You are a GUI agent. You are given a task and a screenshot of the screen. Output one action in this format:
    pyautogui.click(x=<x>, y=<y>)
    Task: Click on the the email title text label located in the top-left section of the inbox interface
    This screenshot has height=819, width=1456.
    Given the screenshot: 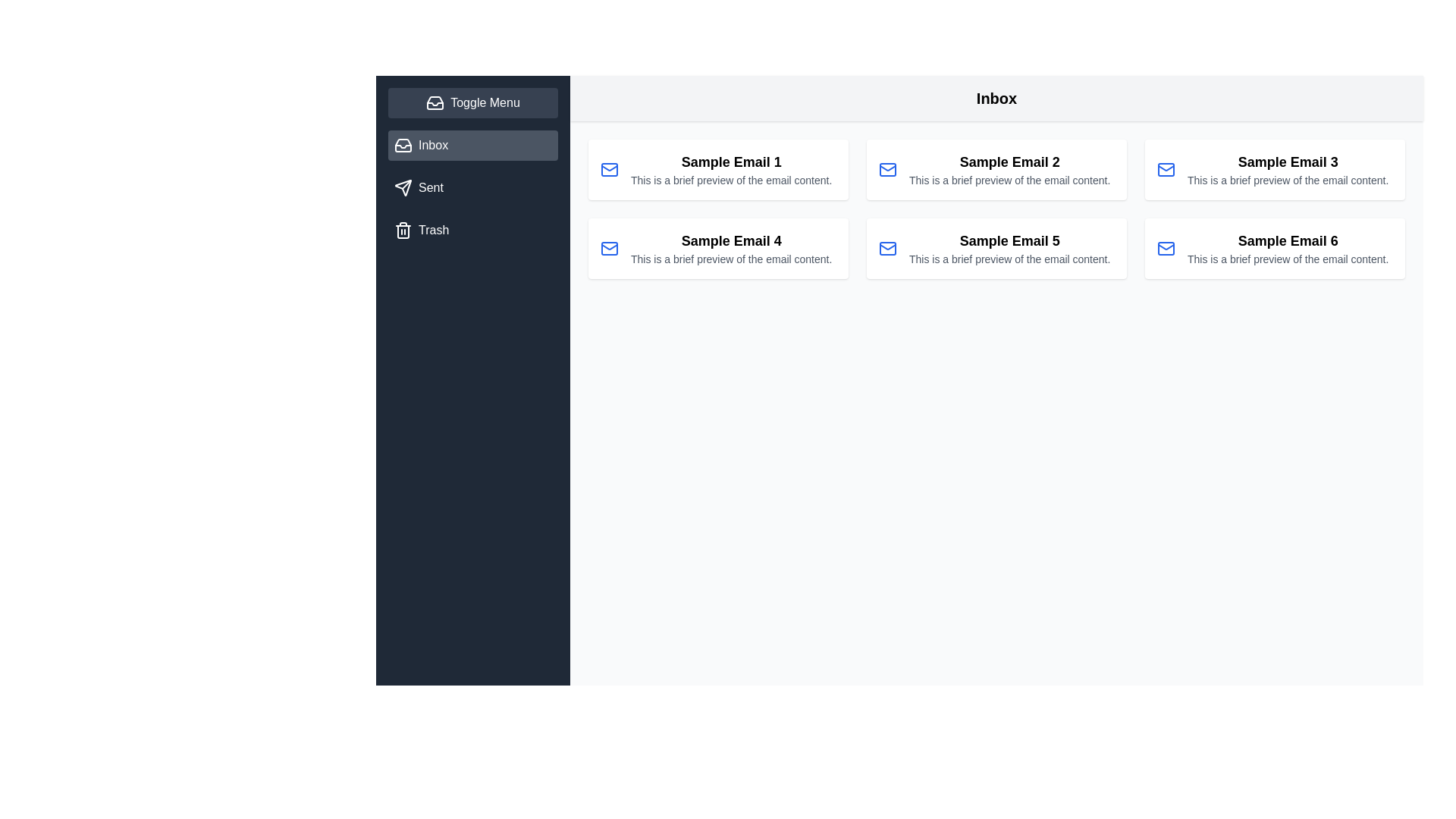 What is the action you would take?
    pyautogui.click(x=731, y=162)
    